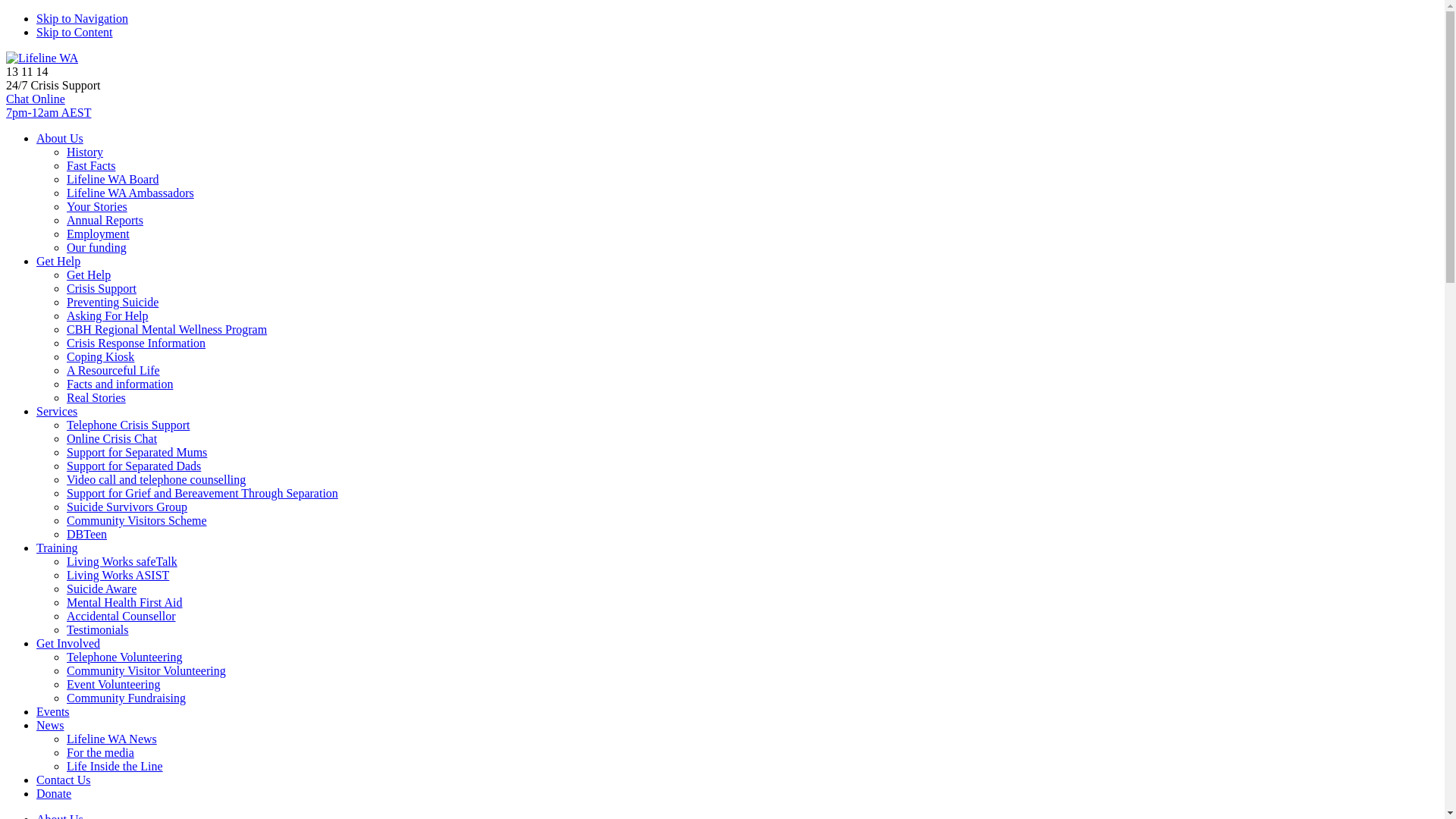 This screenshot has width=1456, height=819. What do you see at coordinates (111, 438) in the screenshot?
I see `'Online Crisis Chat'` at bounding box center [111, 438].